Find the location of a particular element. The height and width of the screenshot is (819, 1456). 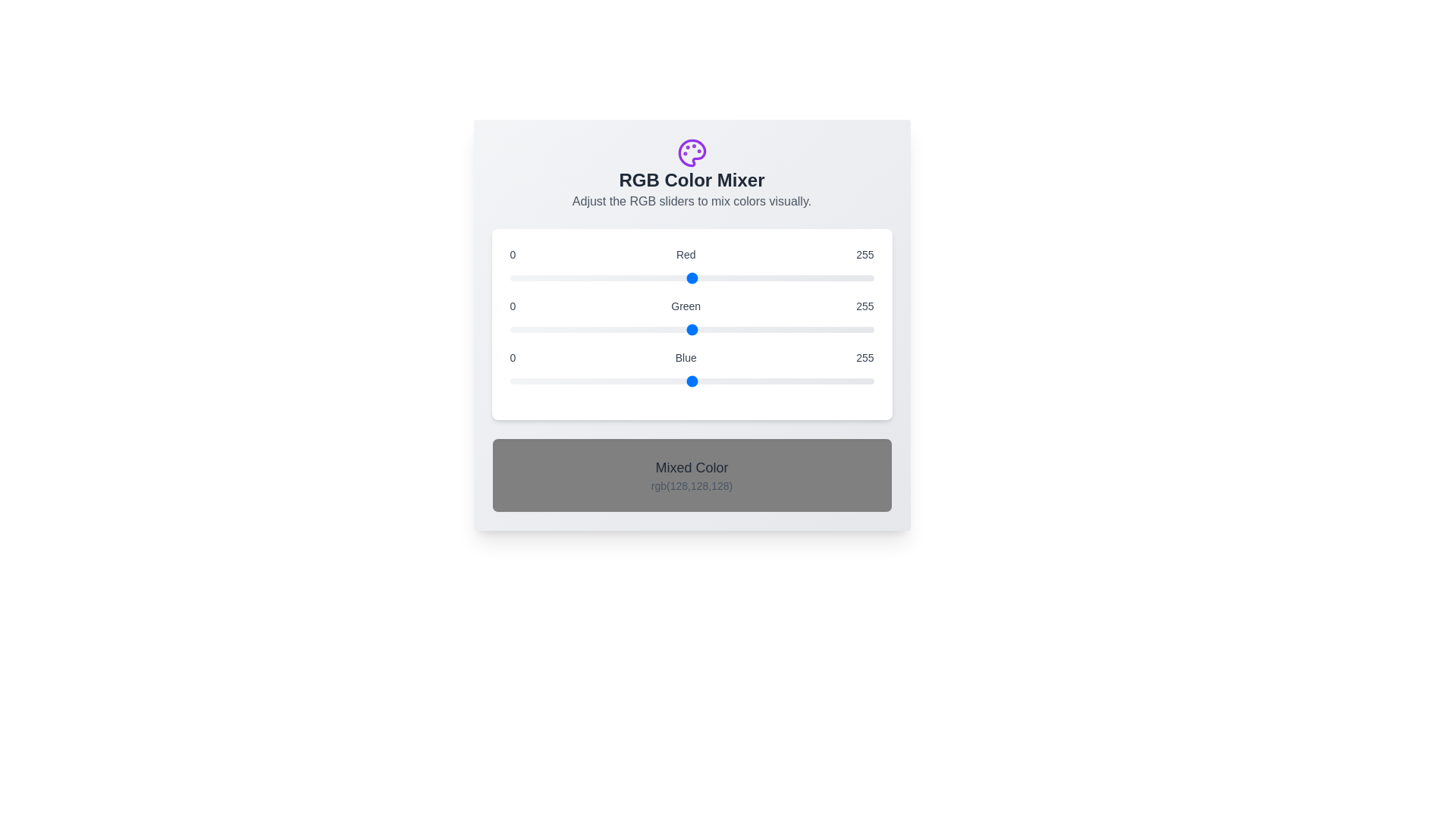

the 1 slider to the value 209 to observe the resulting mixed color is located at coordinates (691, 329).